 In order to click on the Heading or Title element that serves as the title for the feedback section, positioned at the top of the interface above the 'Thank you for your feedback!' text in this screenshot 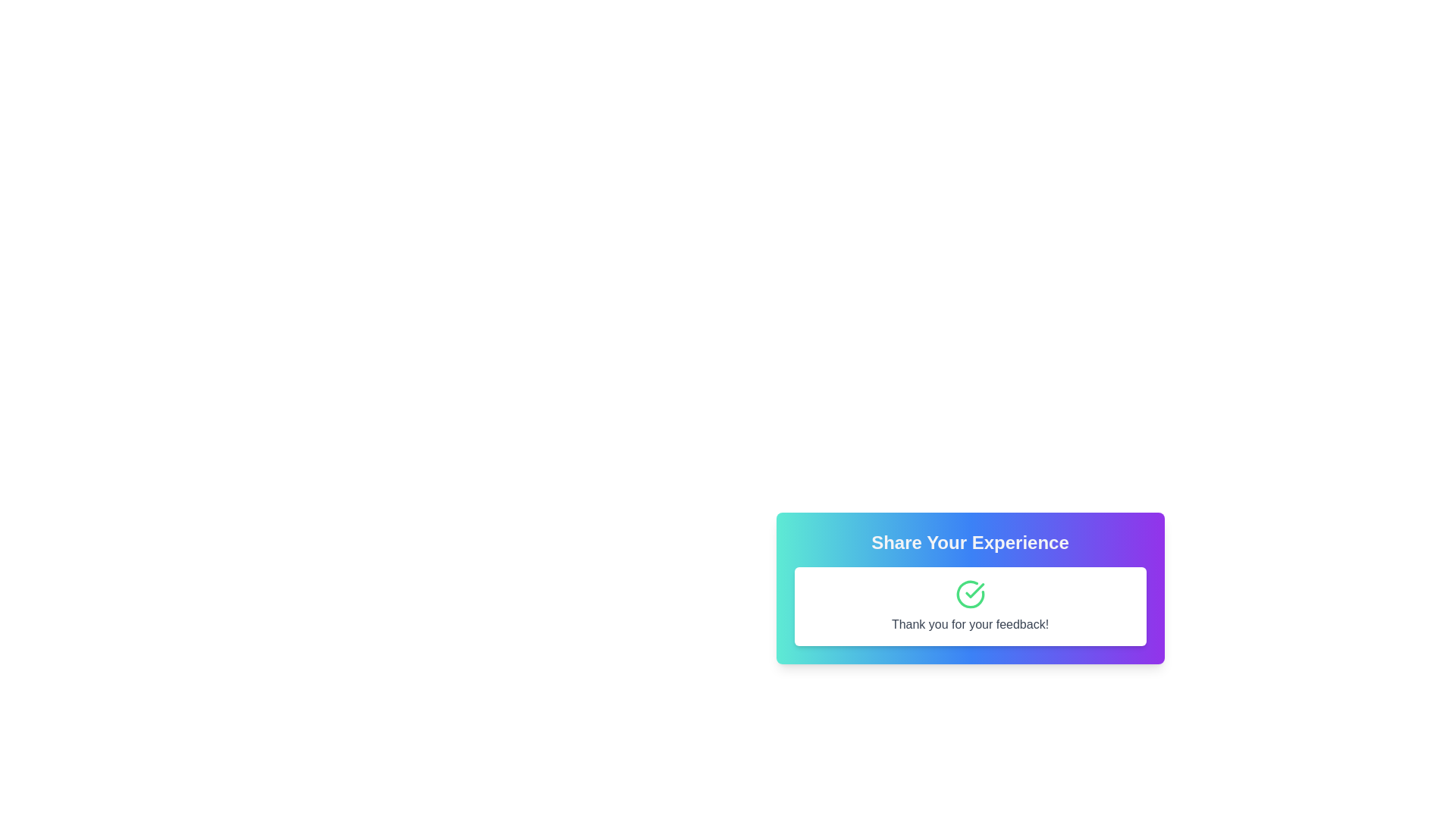, I will do `click(969, 542)`.